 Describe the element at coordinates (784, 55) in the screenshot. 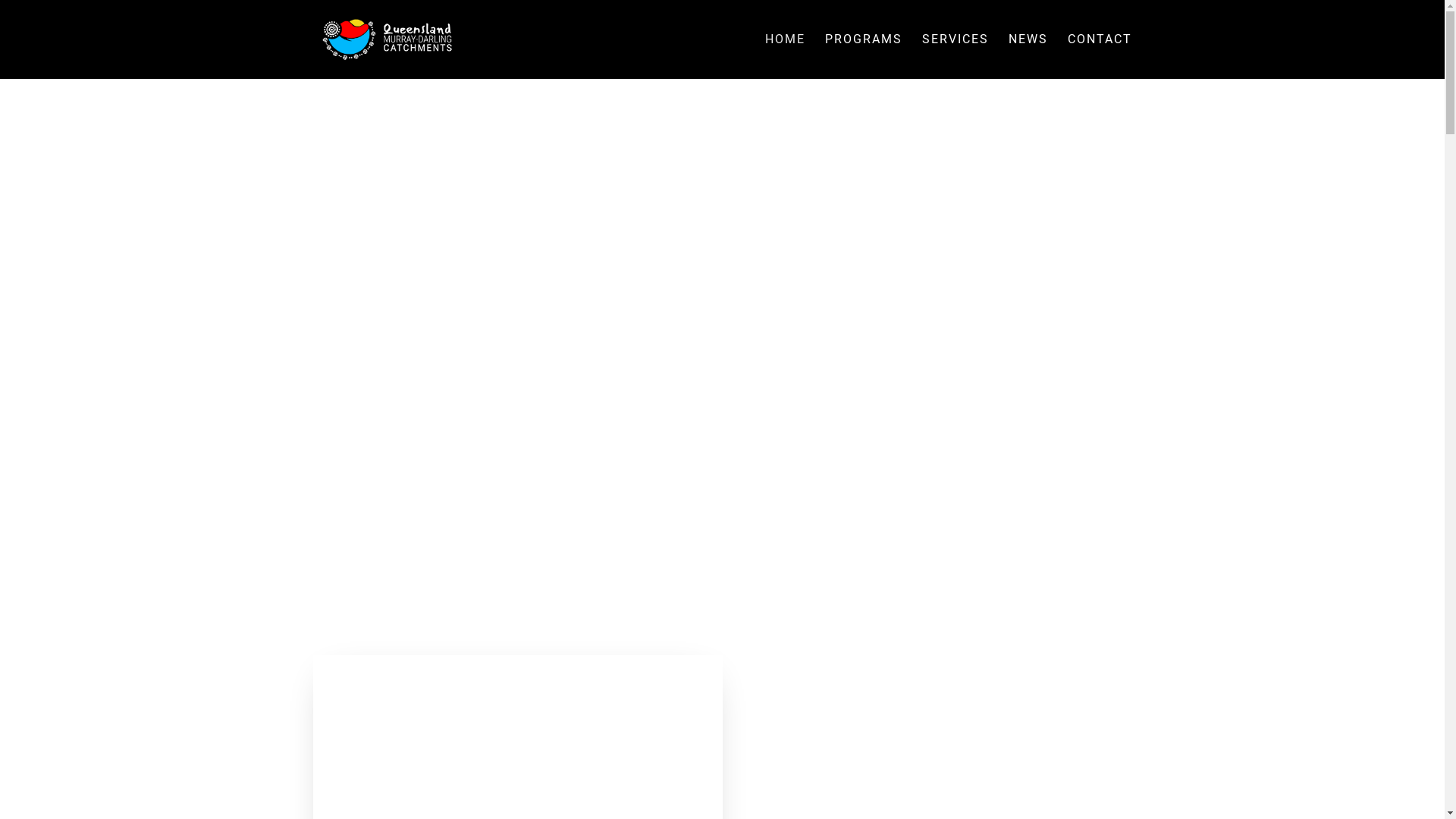

I see `'HOME'` at that location.